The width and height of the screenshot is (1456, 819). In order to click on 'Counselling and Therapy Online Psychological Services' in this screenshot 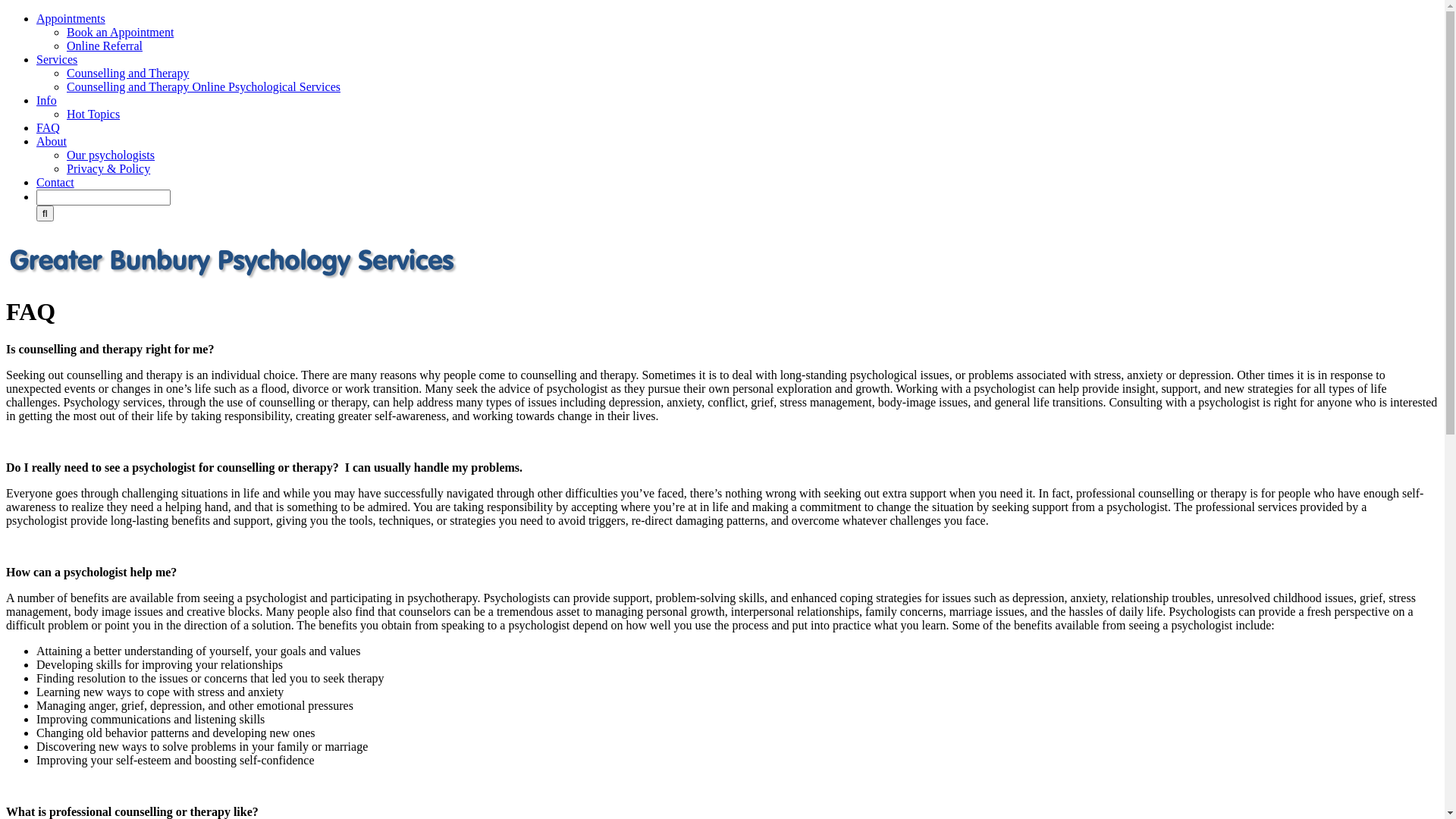, I will do `click(202, 86)`.